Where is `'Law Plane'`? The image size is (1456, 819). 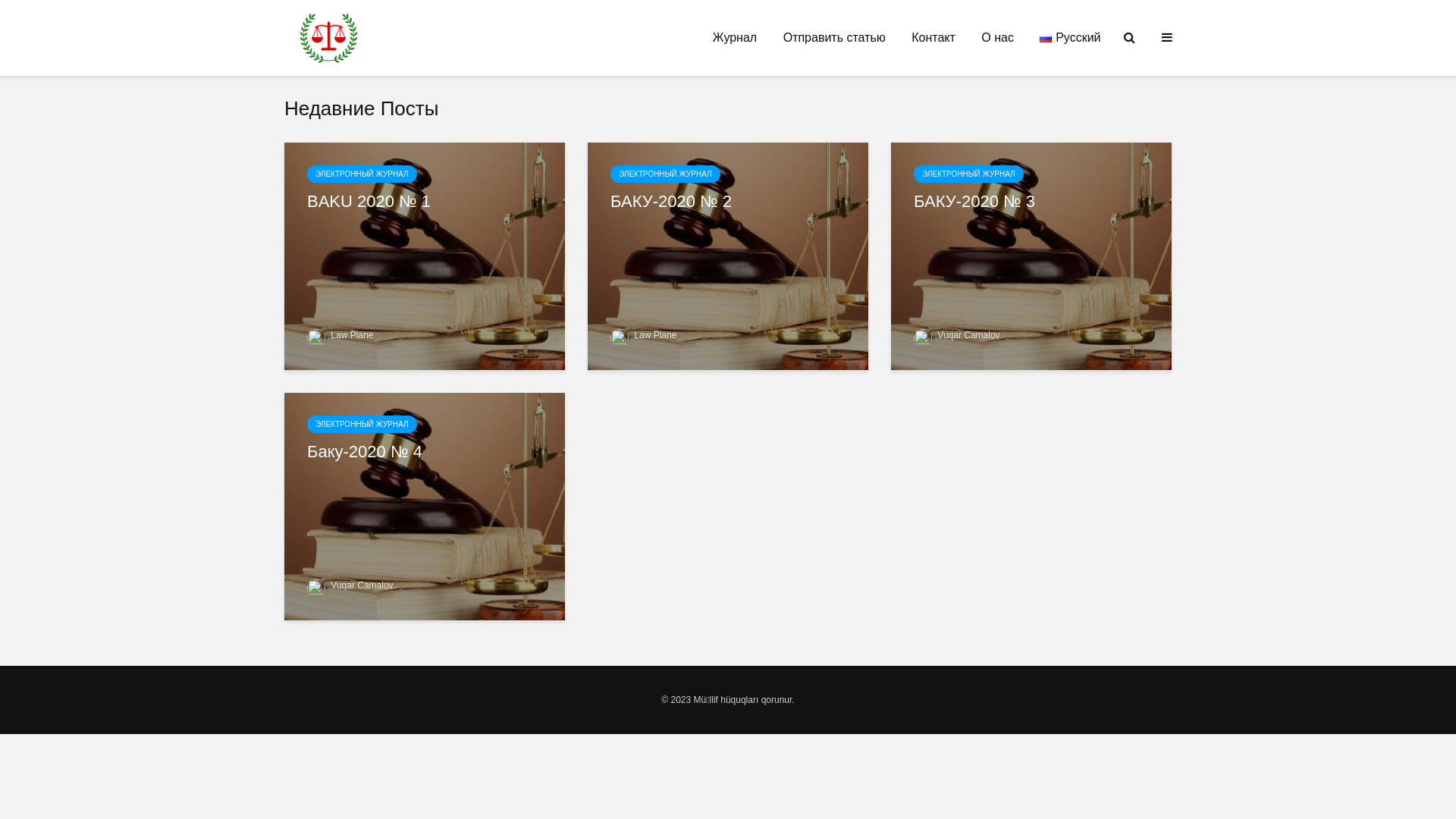 'Law Plane' is located at coordinates (643, 334).